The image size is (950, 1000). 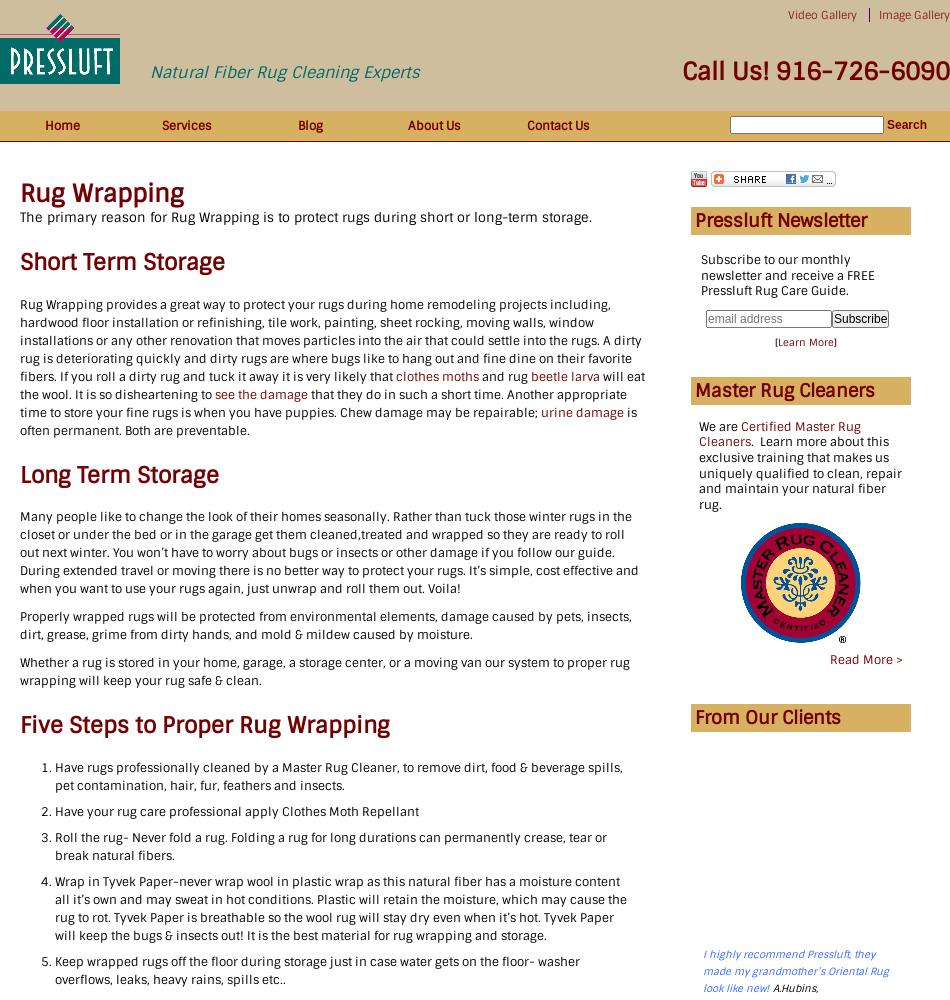 What do you see at coordinates (775, 340) in the screenshot?
I see `'['` at bounding box center [775, 340].